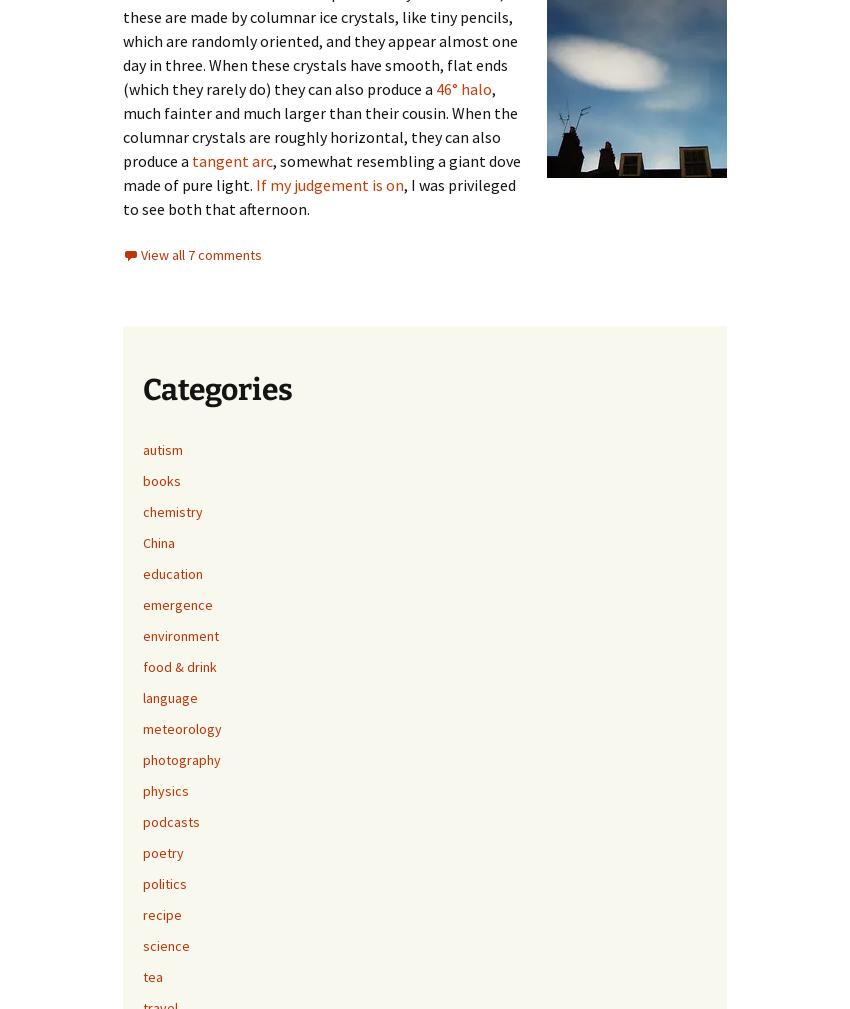  I want to click on 'chemistry', so click(171, 510).